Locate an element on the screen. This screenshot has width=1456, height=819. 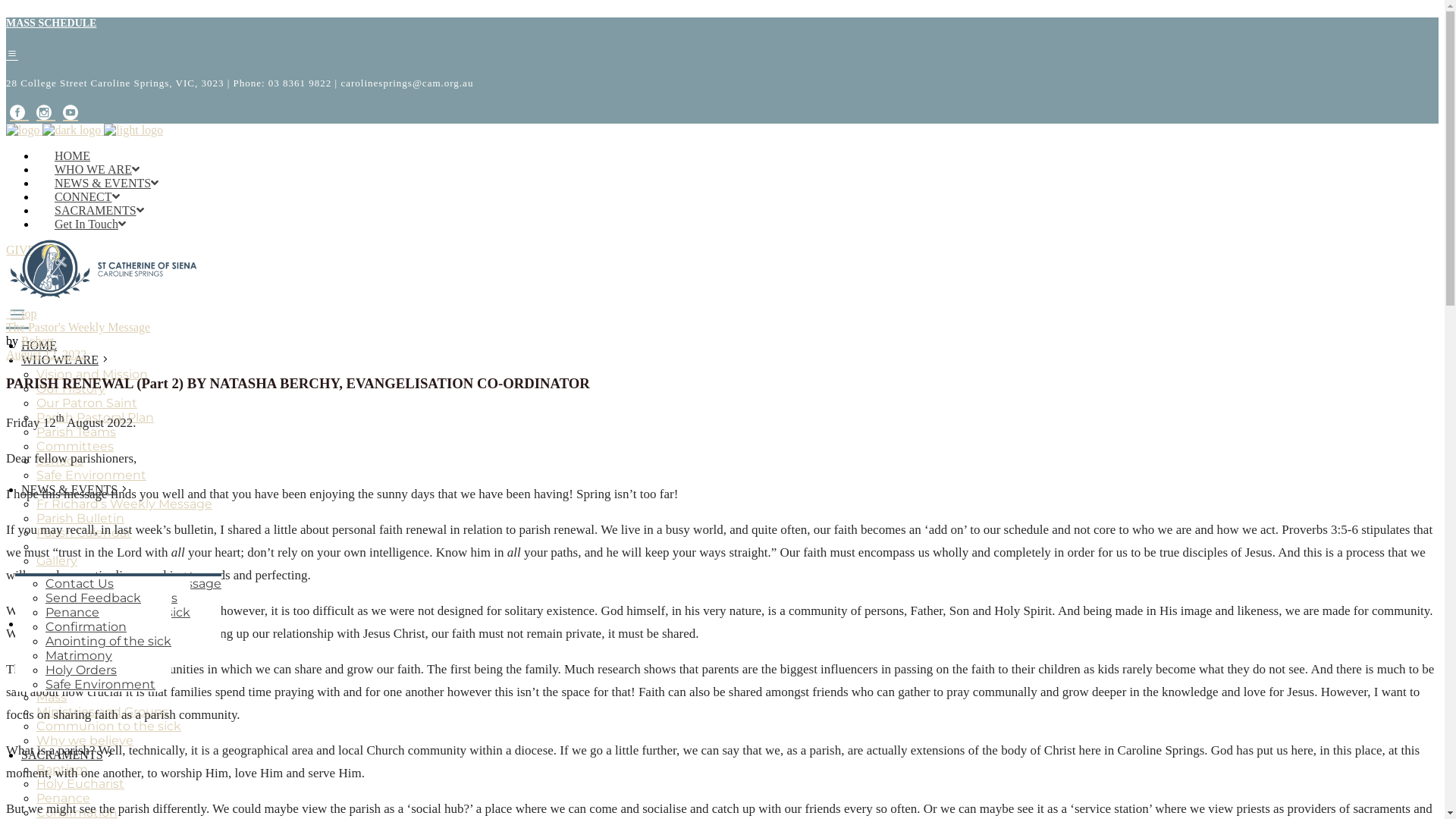
'Gallery' is located at coordinates (36, 560).